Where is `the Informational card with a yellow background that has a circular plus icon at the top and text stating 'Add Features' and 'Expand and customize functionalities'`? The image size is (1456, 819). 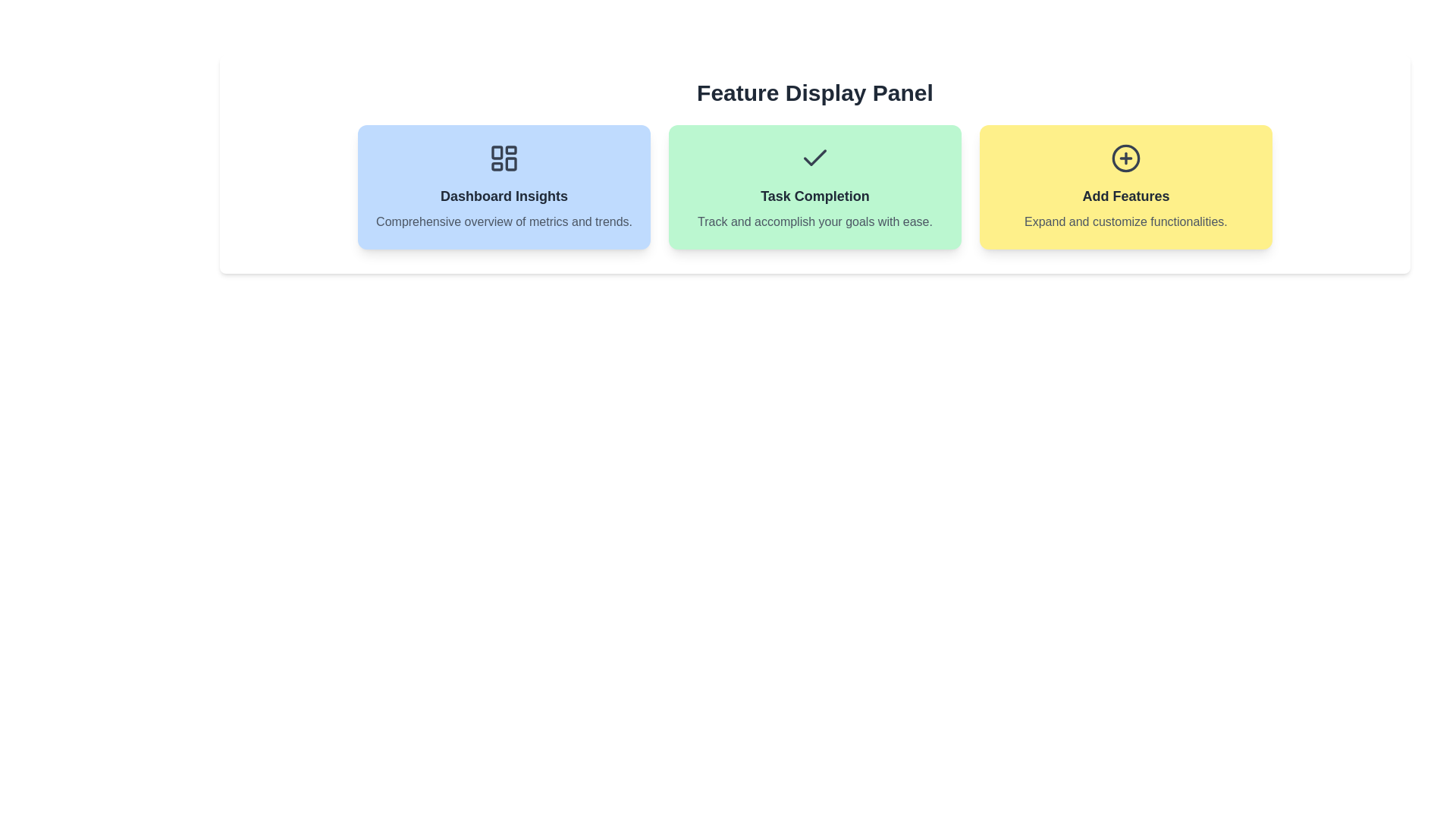 the Informational card with a yellow background that has a circular plus icon at the top and text stating 'Add Features' and 'Expand and customize functionalities' is located at coordinates (1125, 186).